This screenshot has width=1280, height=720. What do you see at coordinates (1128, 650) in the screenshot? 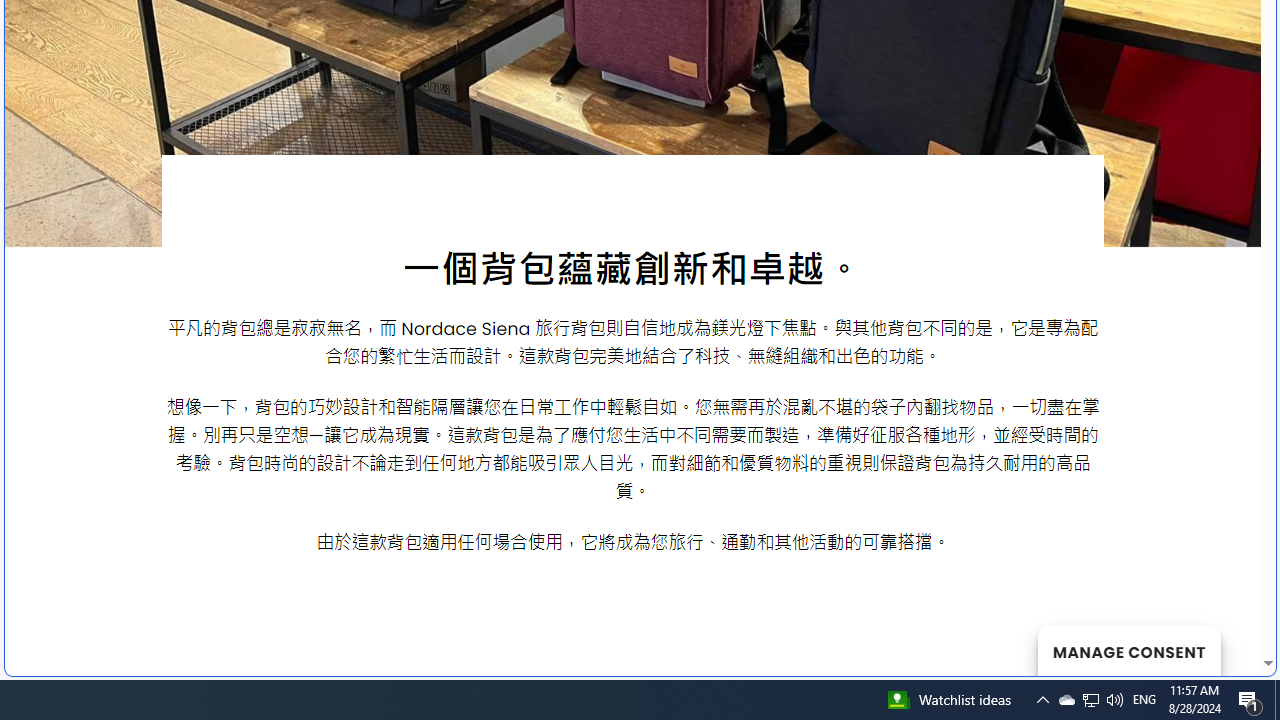
I see `'MANAGE CONSENT'` at bounding box center [1128, 650].